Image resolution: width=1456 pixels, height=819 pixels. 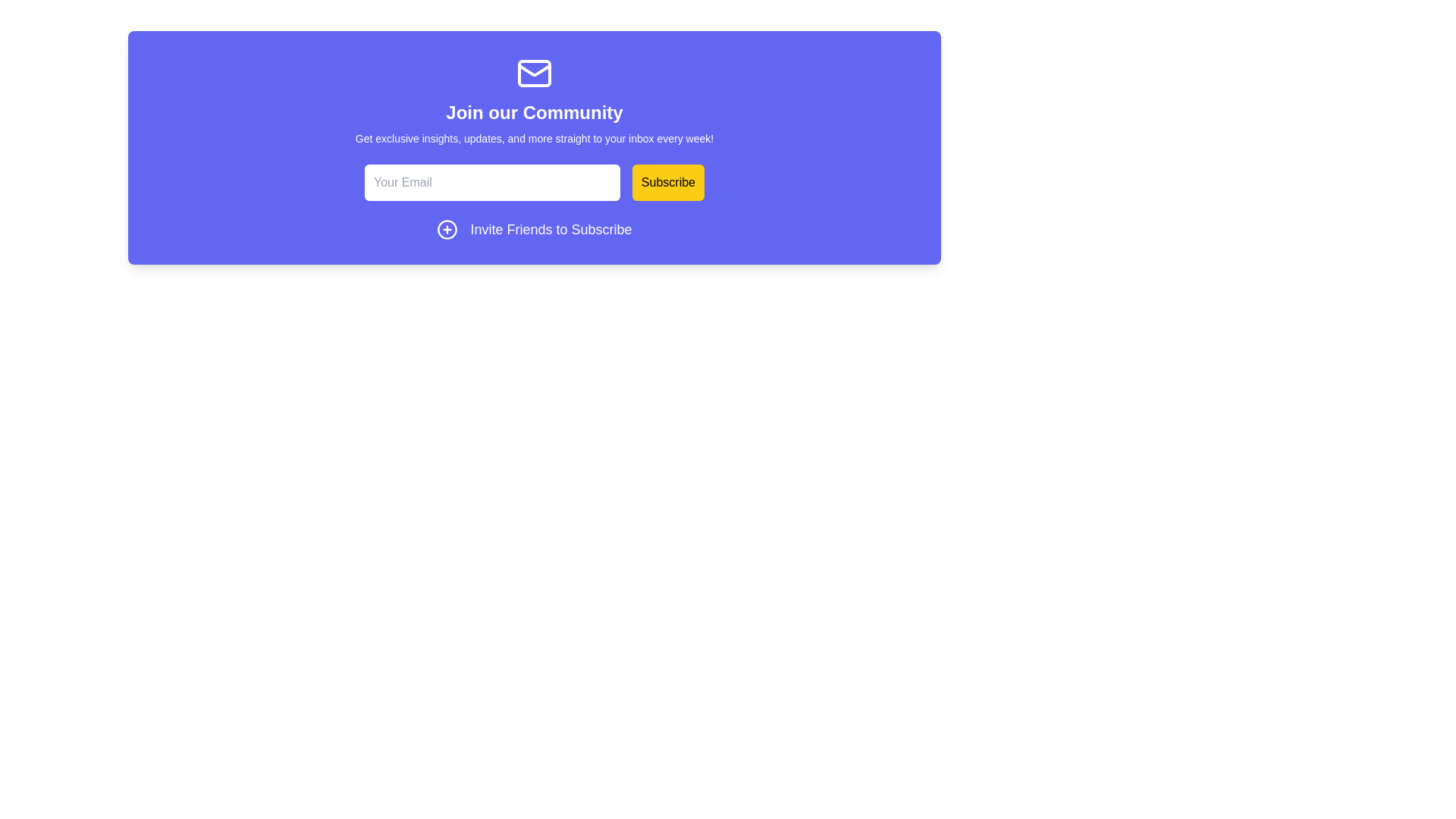 I want to click on the SVG circle element that represents the 'plus-in-circle' icon within the 'Invite Friends to Subscribe' action, so click(x=447, y=230).